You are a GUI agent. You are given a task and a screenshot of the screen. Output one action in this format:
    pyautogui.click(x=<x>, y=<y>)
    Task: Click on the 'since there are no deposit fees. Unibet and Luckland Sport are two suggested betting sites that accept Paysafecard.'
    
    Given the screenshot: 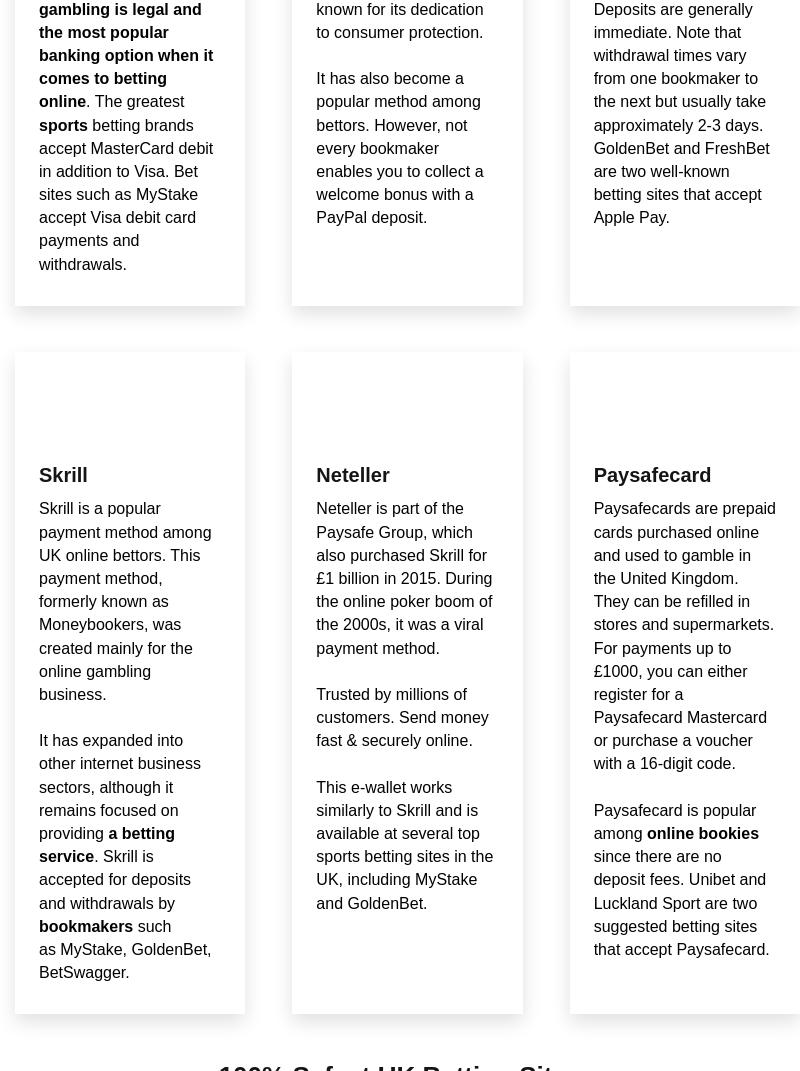 What is the action you would take?
    pyautogui.click(x=681, y=902)
    